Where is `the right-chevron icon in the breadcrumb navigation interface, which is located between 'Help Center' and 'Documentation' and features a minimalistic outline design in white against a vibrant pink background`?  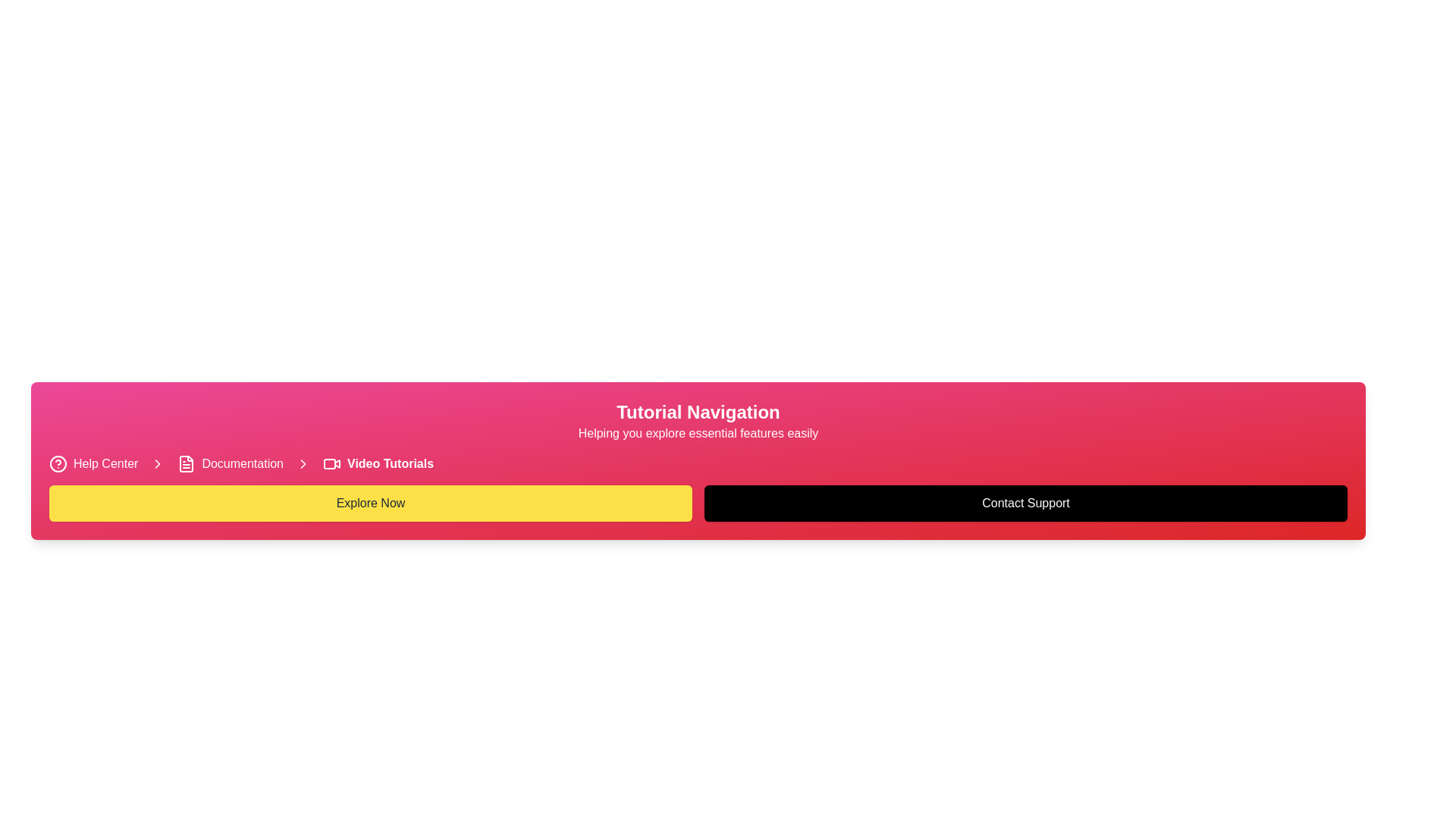
the right-chevron icon in the breadcrumb navigation interface, which is located between 'Help Center' and 'Documentation' and features a minimalistic outline design in white against a vibrant pink background is located at coordinates (158, 463).